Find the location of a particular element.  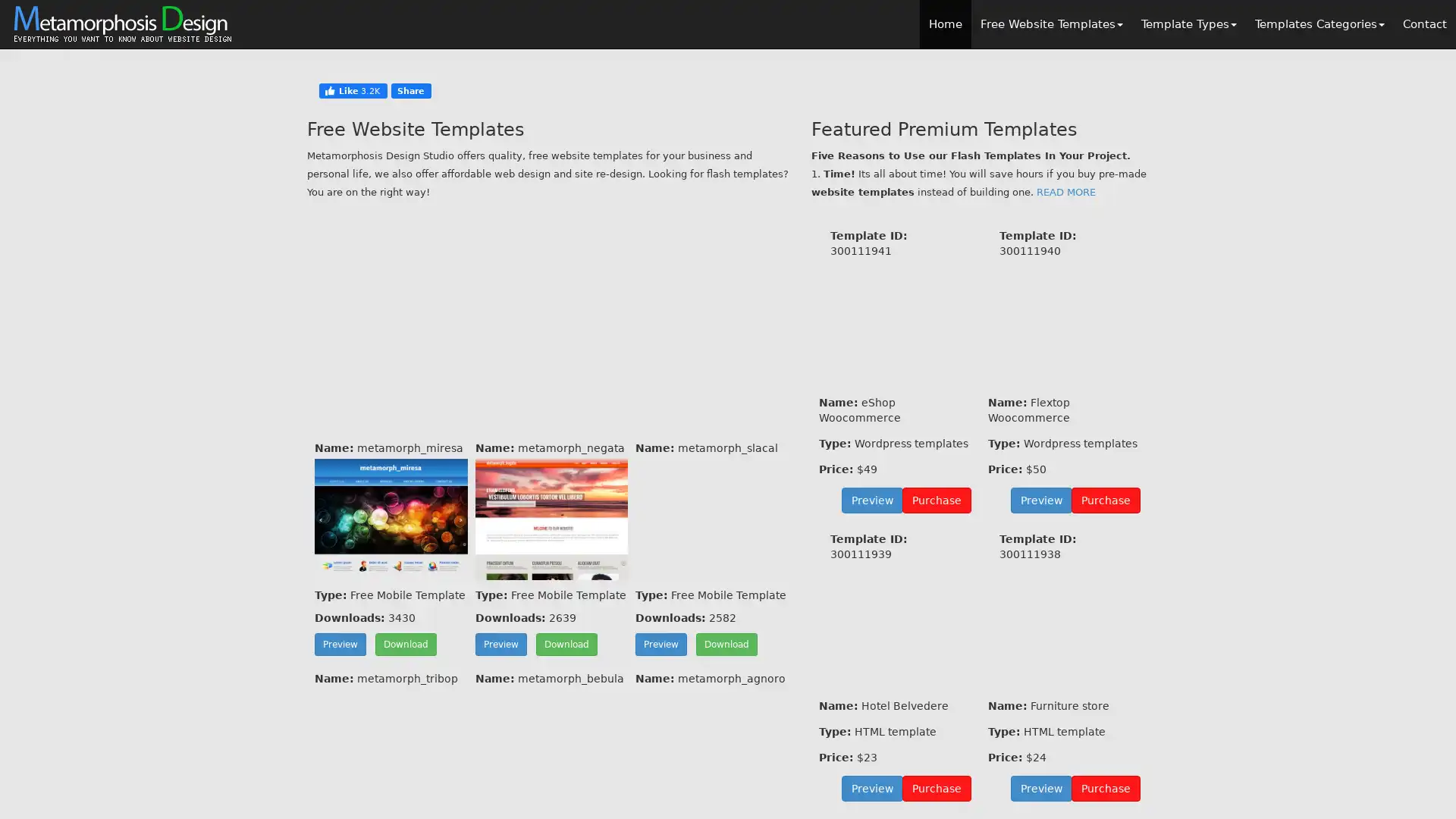

Purchase is located at coordinates (936, 500).